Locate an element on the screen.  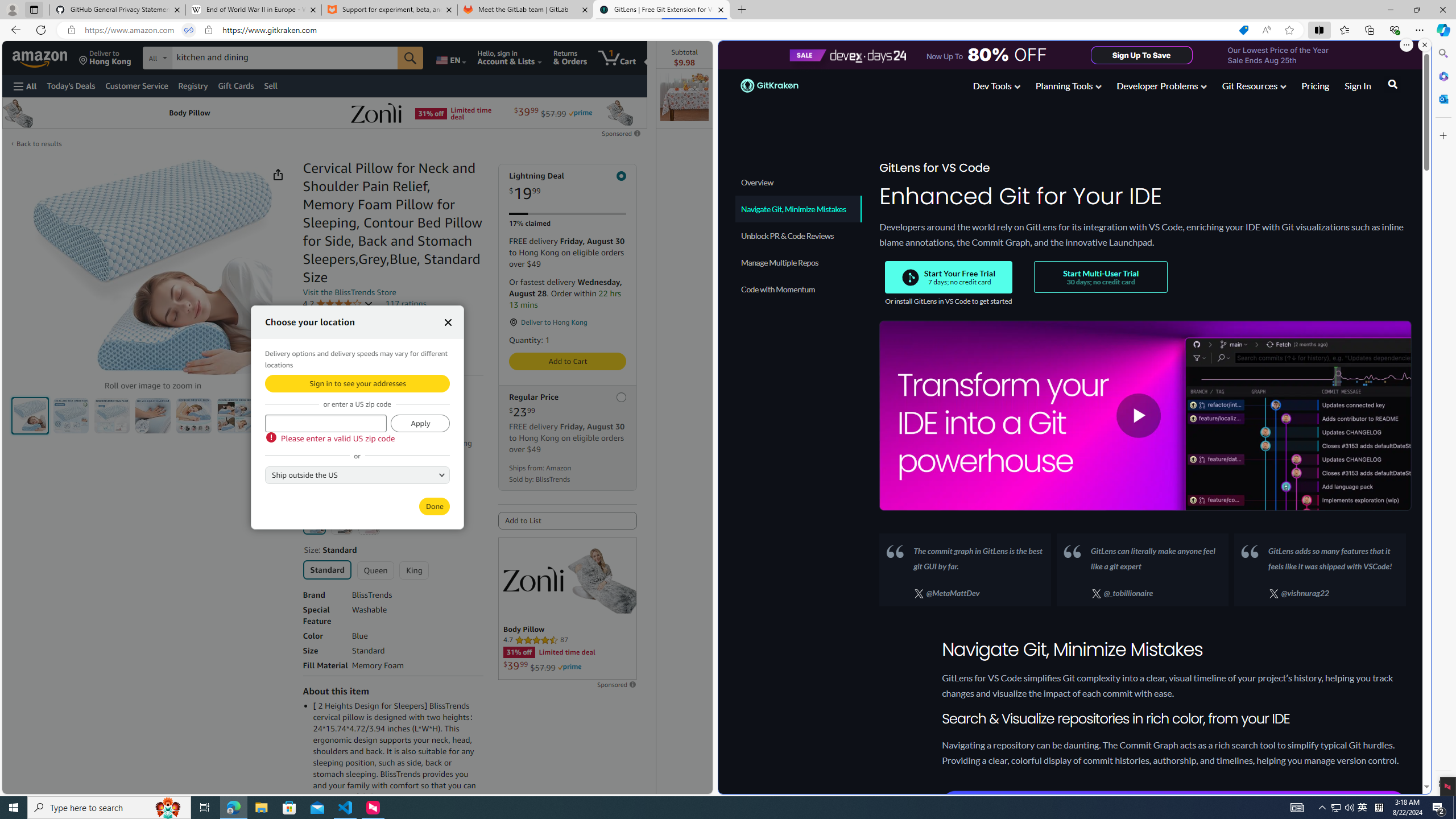
'GitHub General Privacy Statement - GitHub Docs' is located at coordinates (118, 9).